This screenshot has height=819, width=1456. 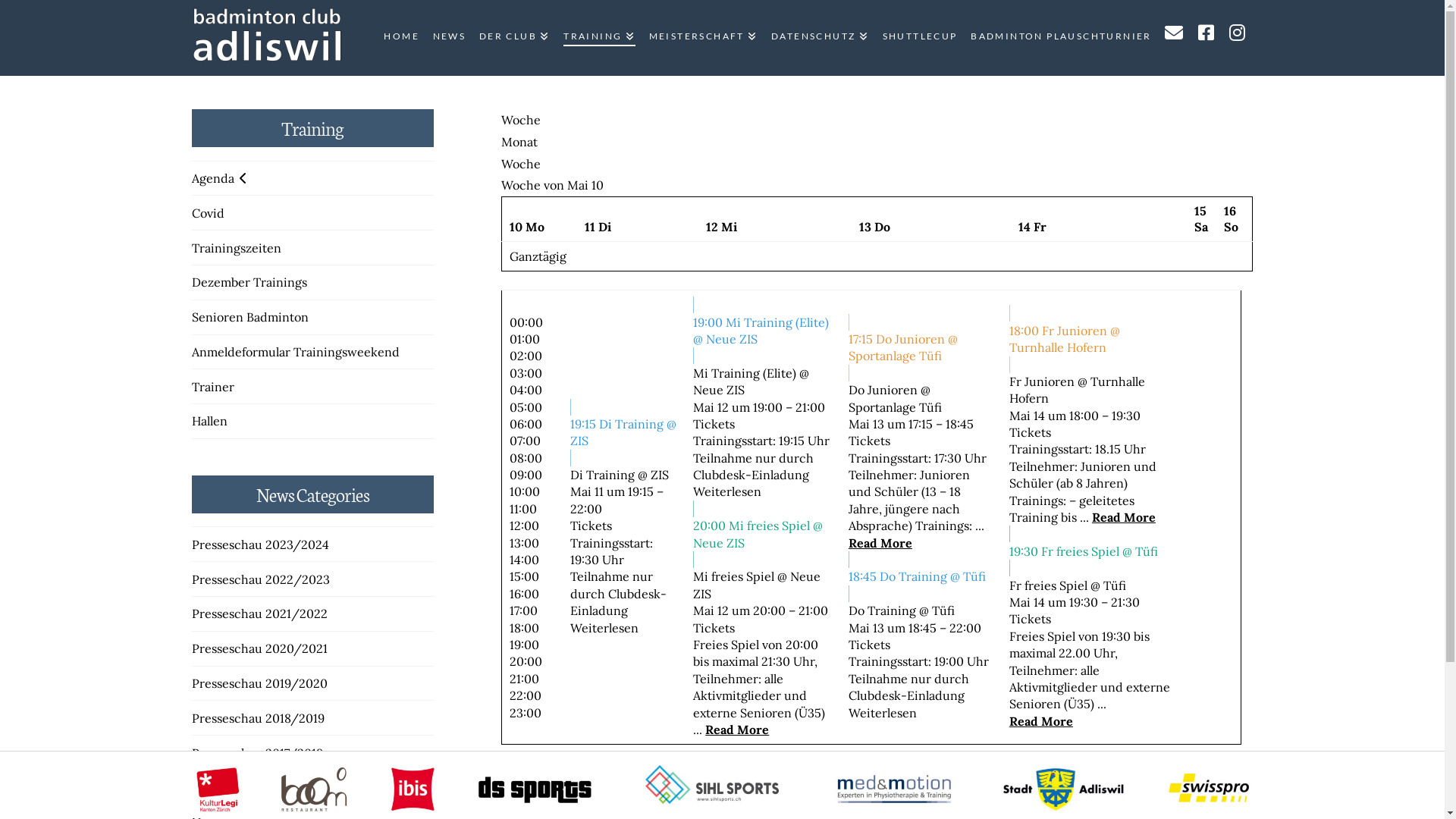 I want to click on 'DER CLUB', so click(x=471, y=37).